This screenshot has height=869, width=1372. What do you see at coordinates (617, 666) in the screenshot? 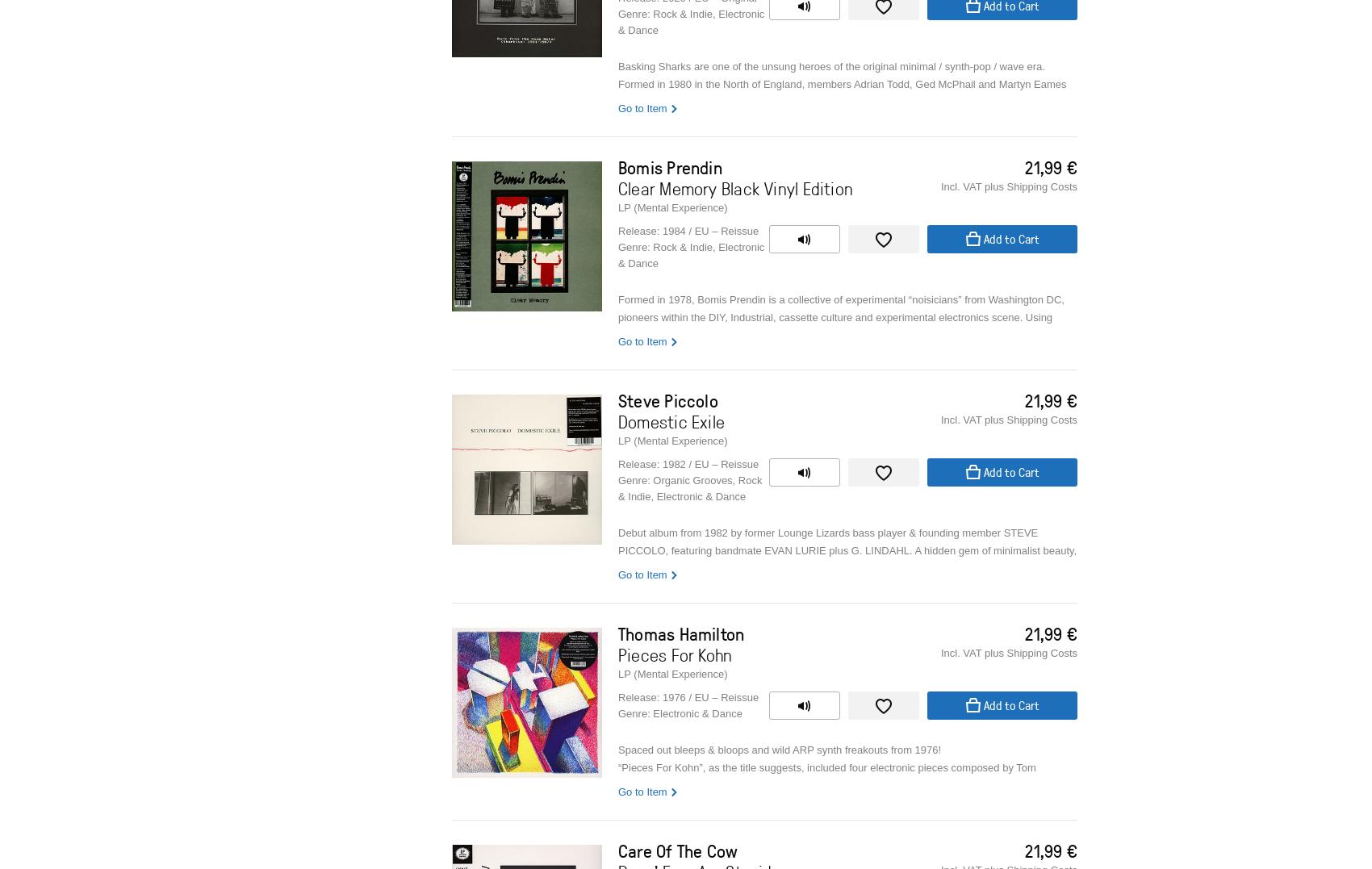
I see `'“Domestic Exile” was recorded one year after the seminal Lounge Lizards debut, at a time when Steve was living a kinda schizophrenic existence: working at Wall Street by day and going to clubs and art spaces almost every evening (he was one of the artists filmed for the No Wave documentary “135 Grand Street New York 1979”).'` at bounding box center [617, 666].